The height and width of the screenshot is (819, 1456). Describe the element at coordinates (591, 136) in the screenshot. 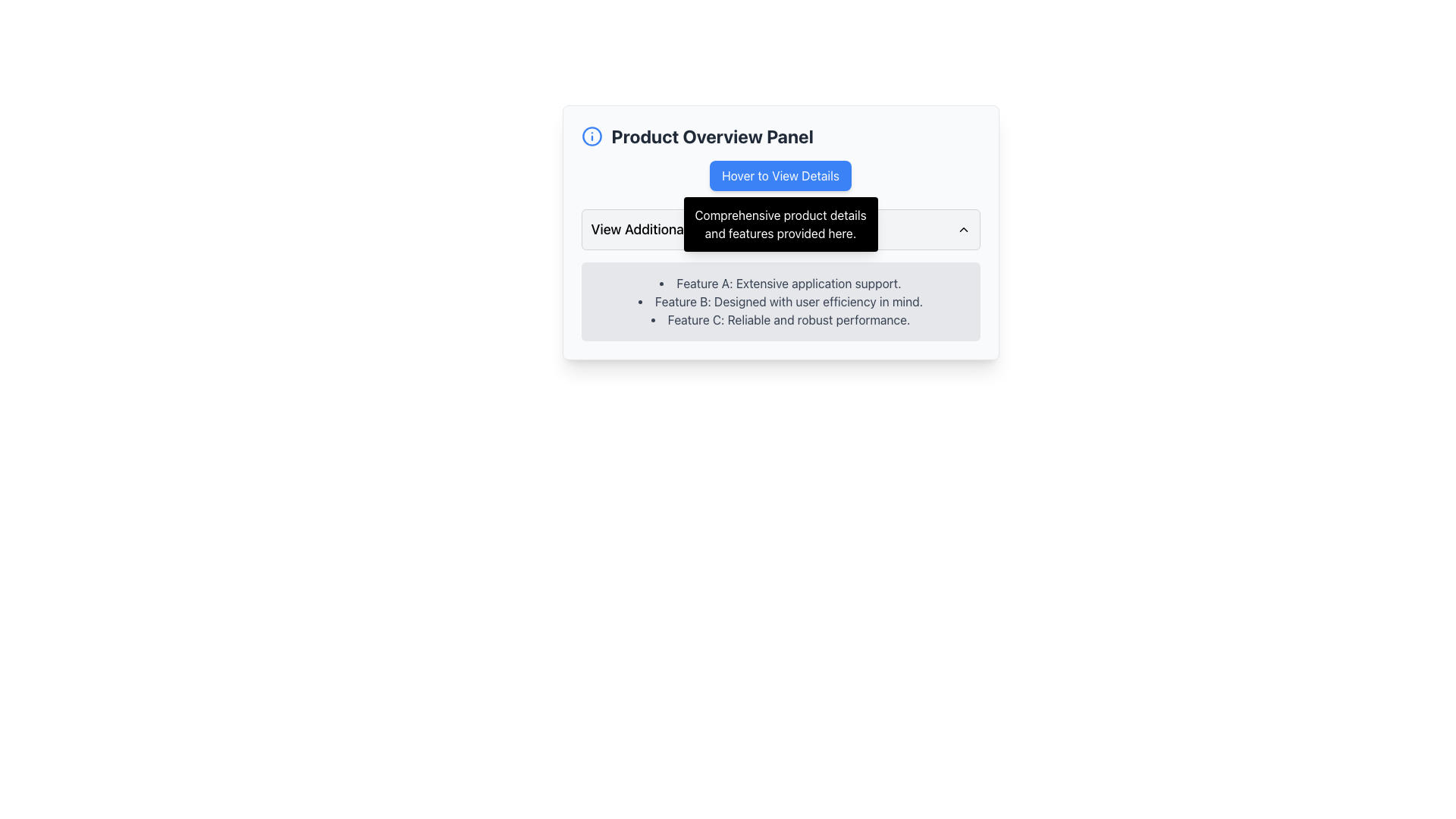

I see `the blue circular SVG element that is part of the information icon in the 'Product Overview Panel'` at that location.